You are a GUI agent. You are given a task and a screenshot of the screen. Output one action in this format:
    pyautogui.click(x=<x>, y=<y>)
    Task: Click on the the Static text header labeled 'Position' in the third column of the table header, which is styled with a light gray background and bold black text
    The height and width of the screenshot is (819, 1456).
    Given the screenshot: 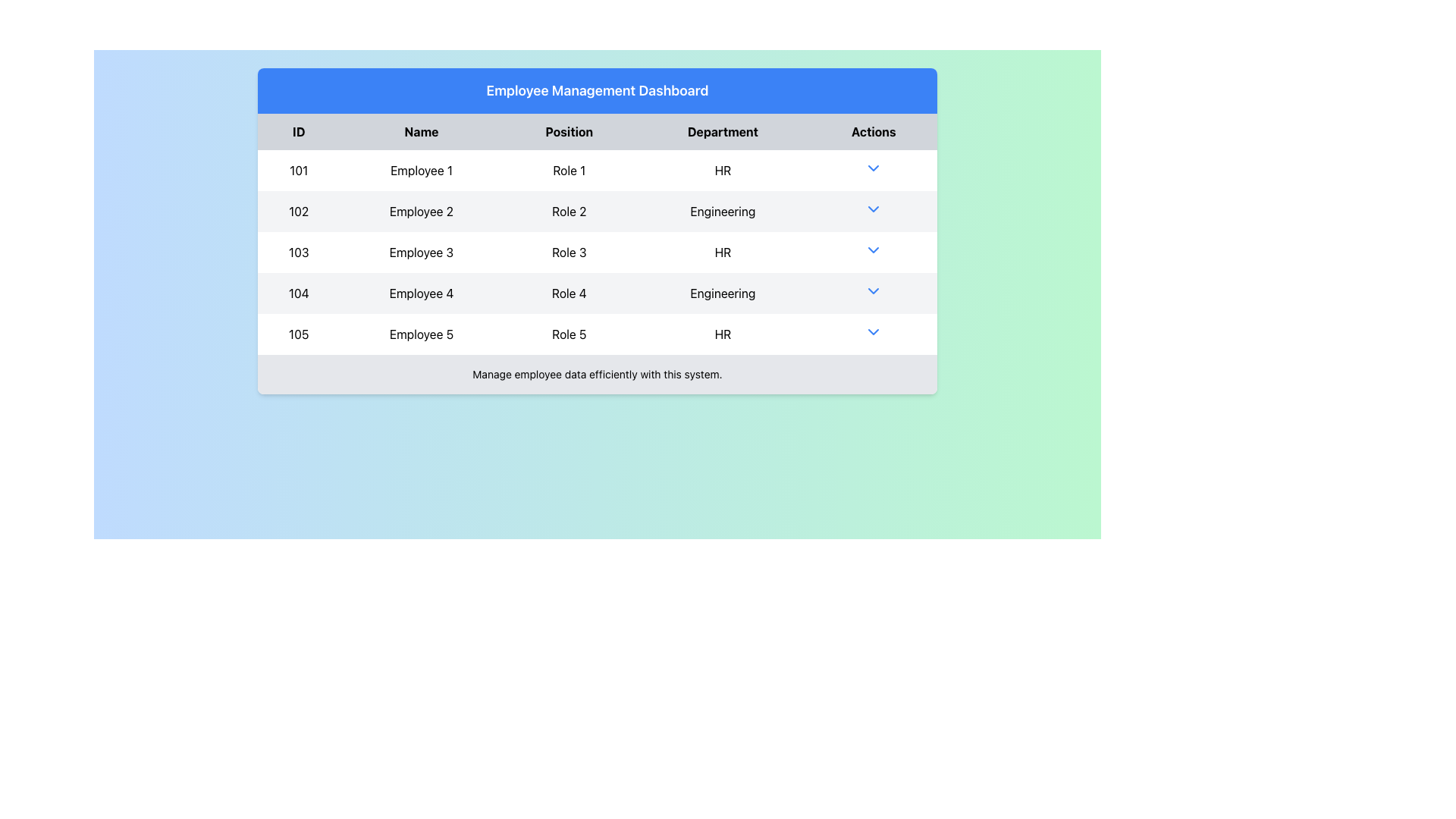 What is the action you would take?
    pyautogui.click(x=568, y=130)
    